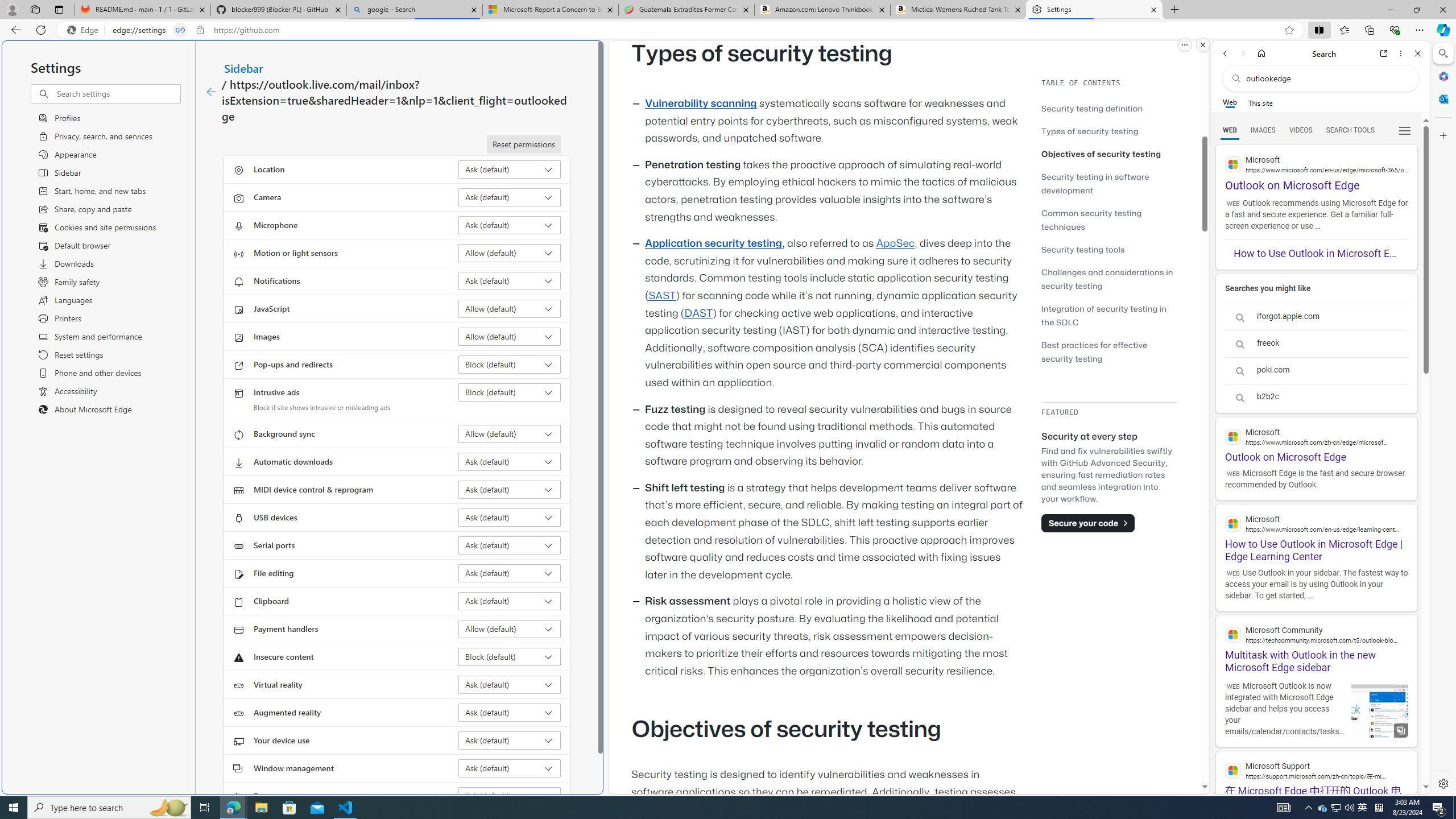  I want to click on 'Clipboard Ask (default)', so click(510, 601).